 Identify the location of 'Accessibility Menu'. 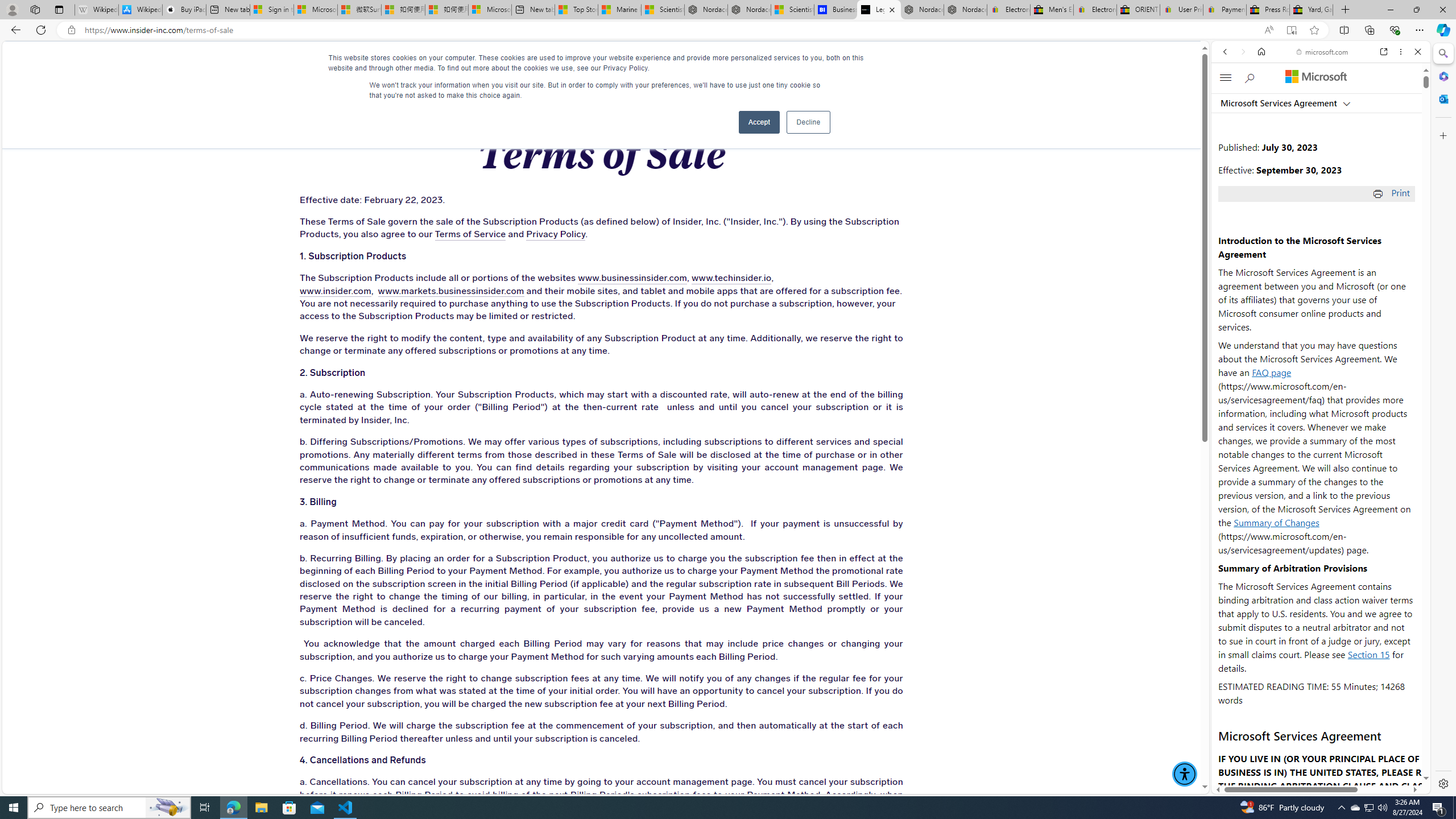
(1184, 773).